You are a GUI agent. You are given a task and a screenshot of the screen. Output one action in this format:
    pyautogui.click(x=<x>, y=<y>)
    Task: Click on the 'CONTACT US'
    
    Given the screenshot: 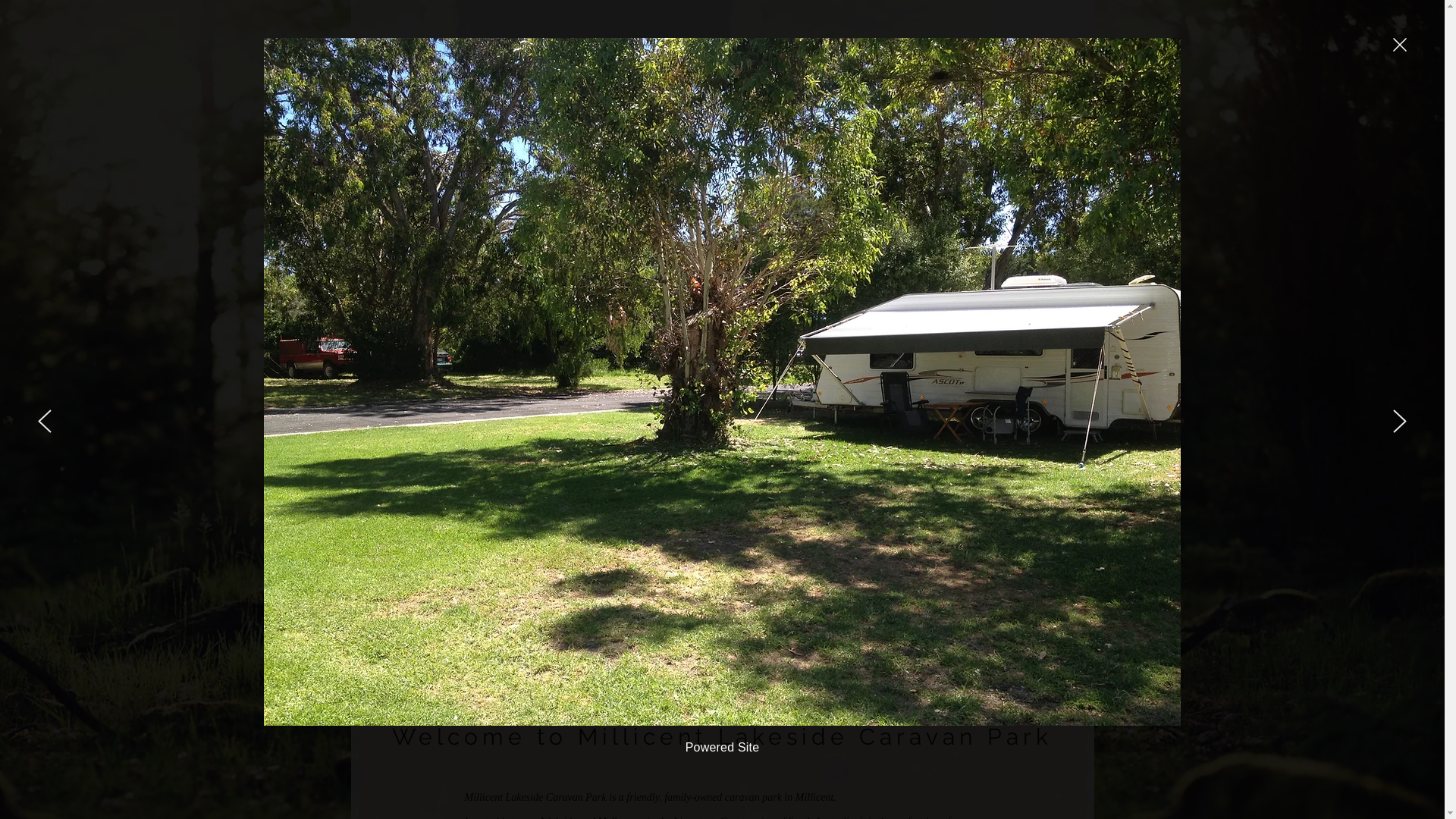 What is the action you would take?
    pyautogui.click(x=993, y=227)
    